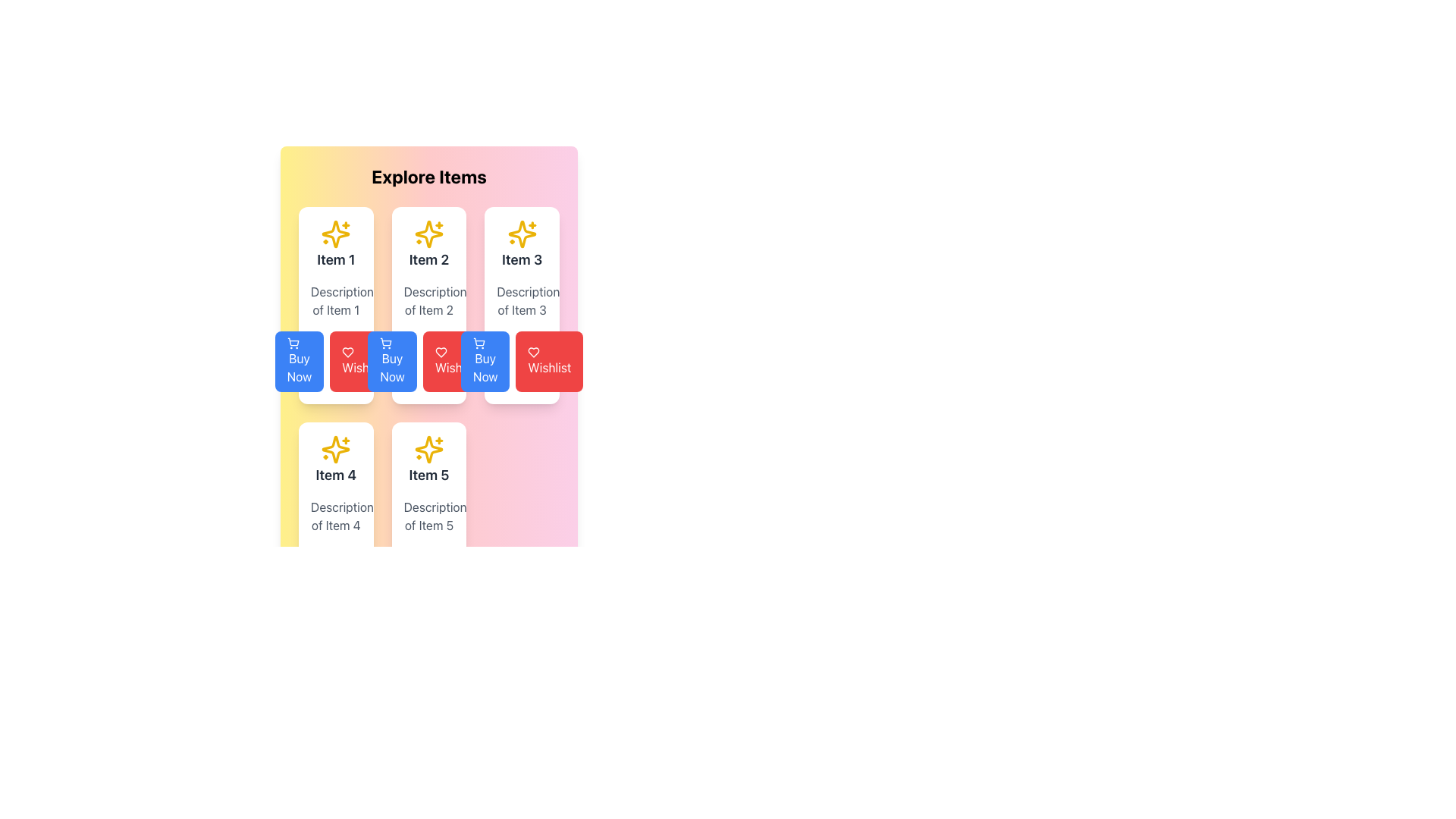  I want to click on the descriptive text label for 'Item 1', so click(335, 301).